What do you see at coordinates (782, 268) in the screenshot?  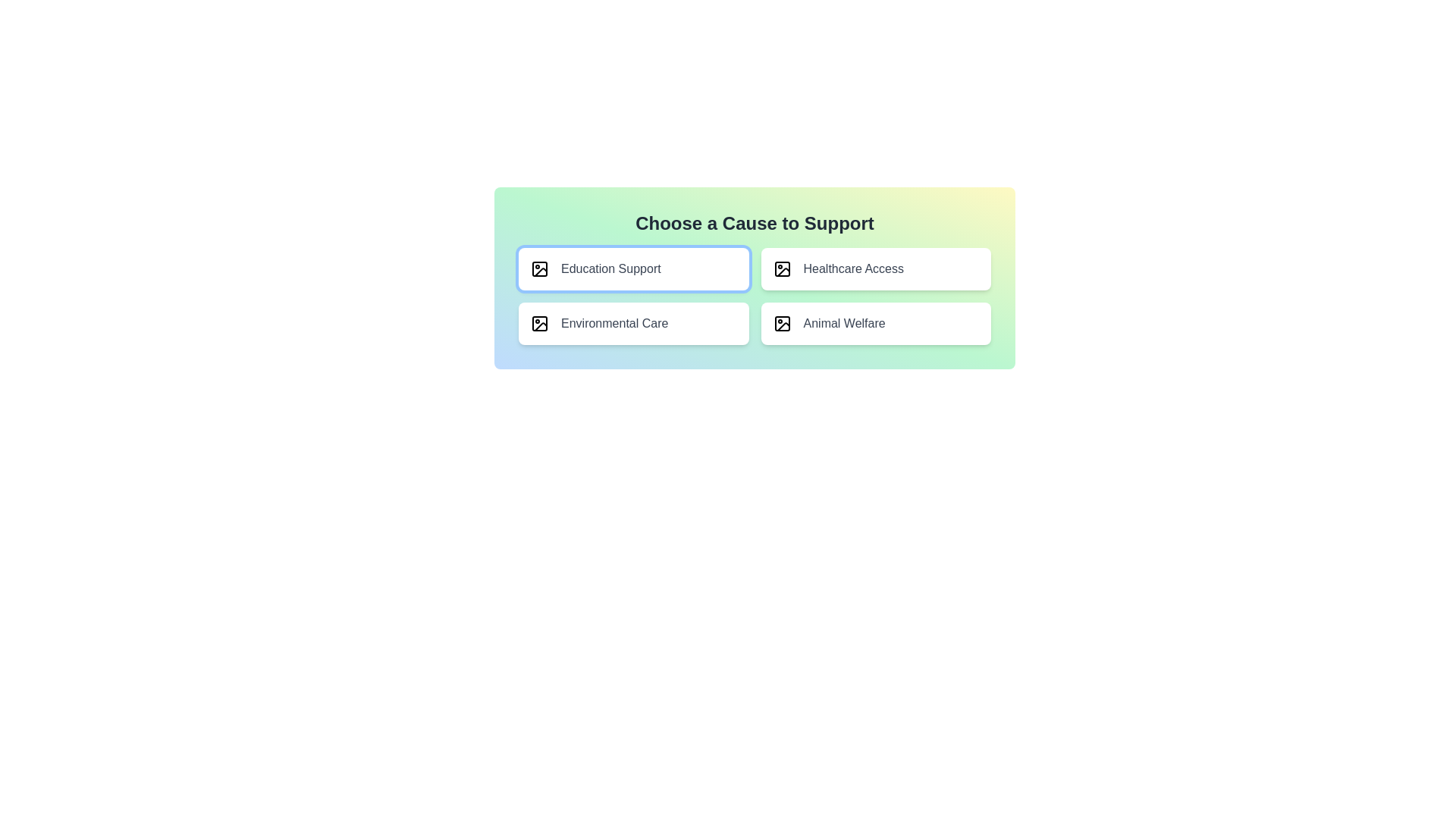 I see `the icon located to the immediate left of the text 'Healthcare Access' in the second column of the grid structure` at bounding box center [782, 268].